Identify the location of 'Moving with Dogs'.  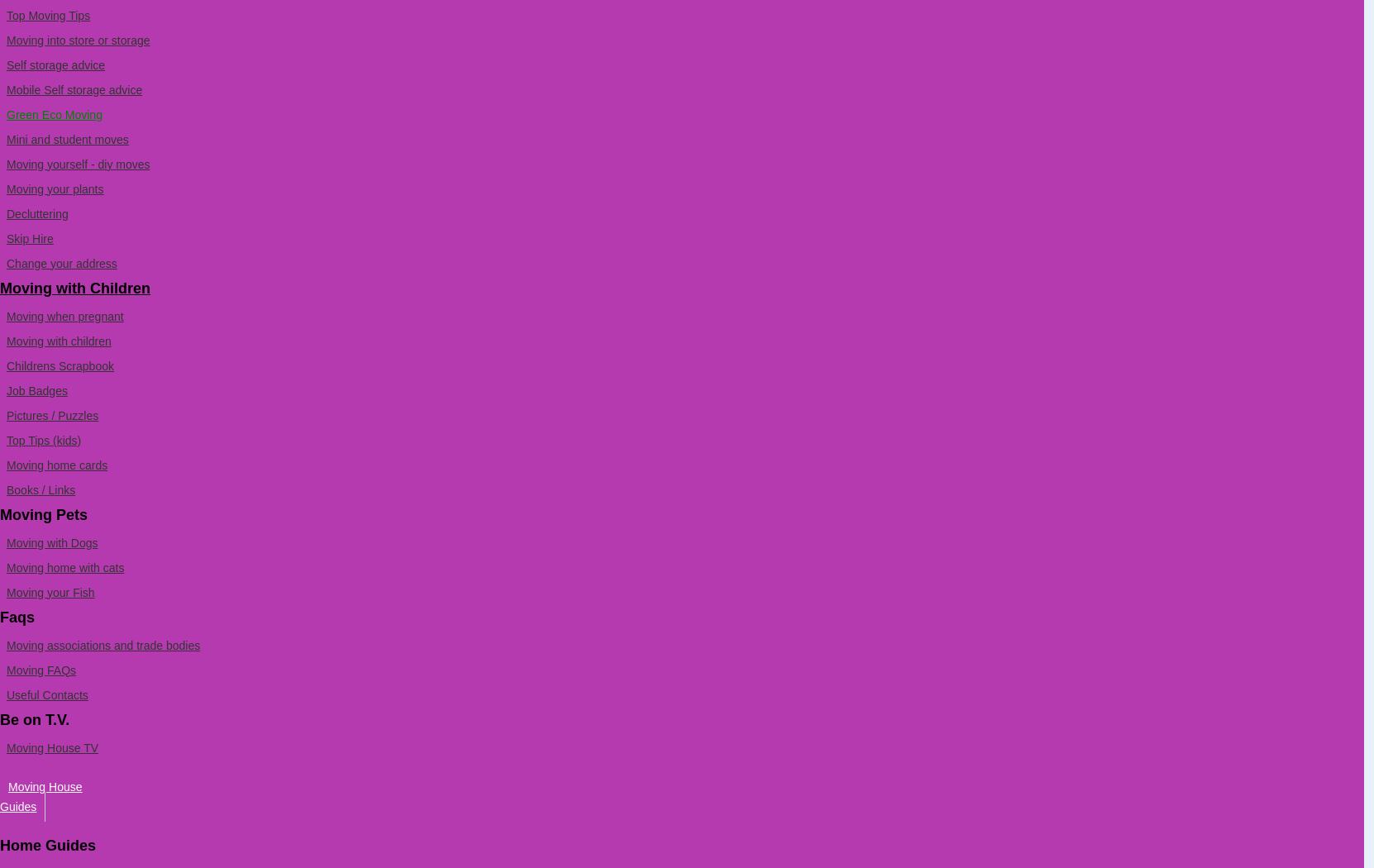
(50, 541).